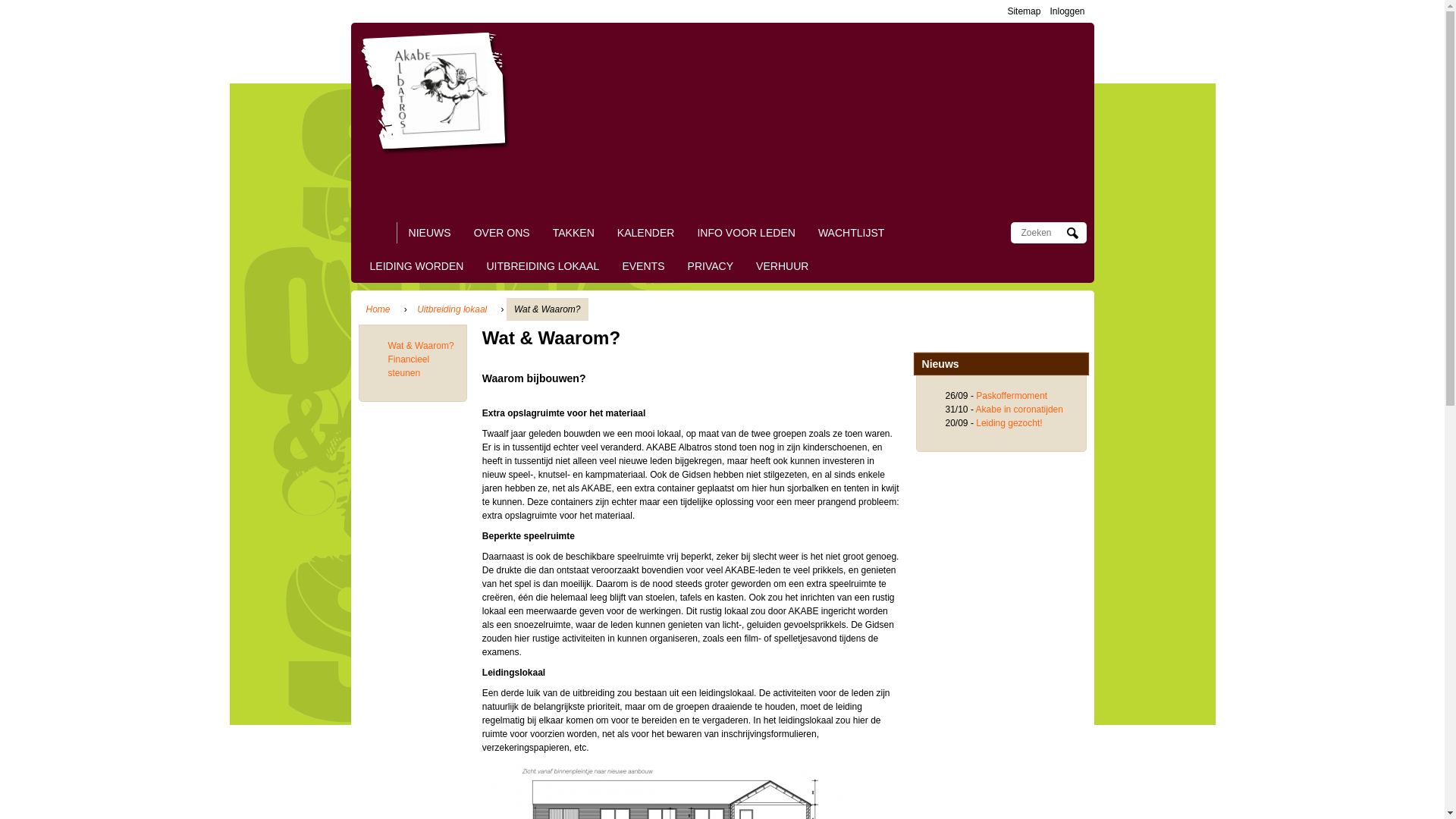 The height and width of the screenshot is (819, 1456). Describe the element at coordinates (417, 265) in the screenshot. I see `'LEIDING WORDEN'` at that location.